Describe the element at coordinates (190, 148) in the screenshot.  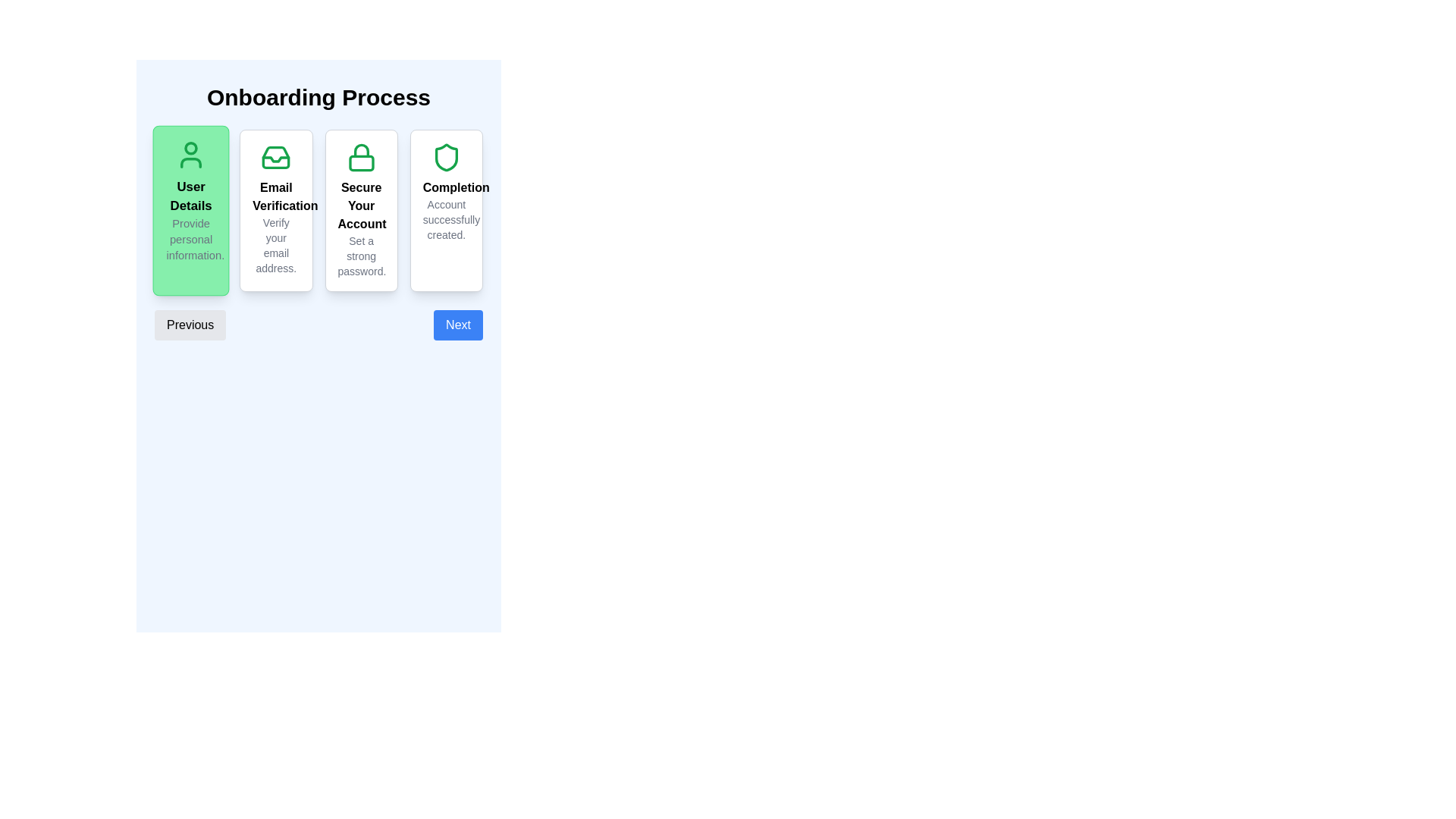
I see `the small circular shape that is part of the user icon graphic located in the 'User Details' card of the onboarding process` at that location.